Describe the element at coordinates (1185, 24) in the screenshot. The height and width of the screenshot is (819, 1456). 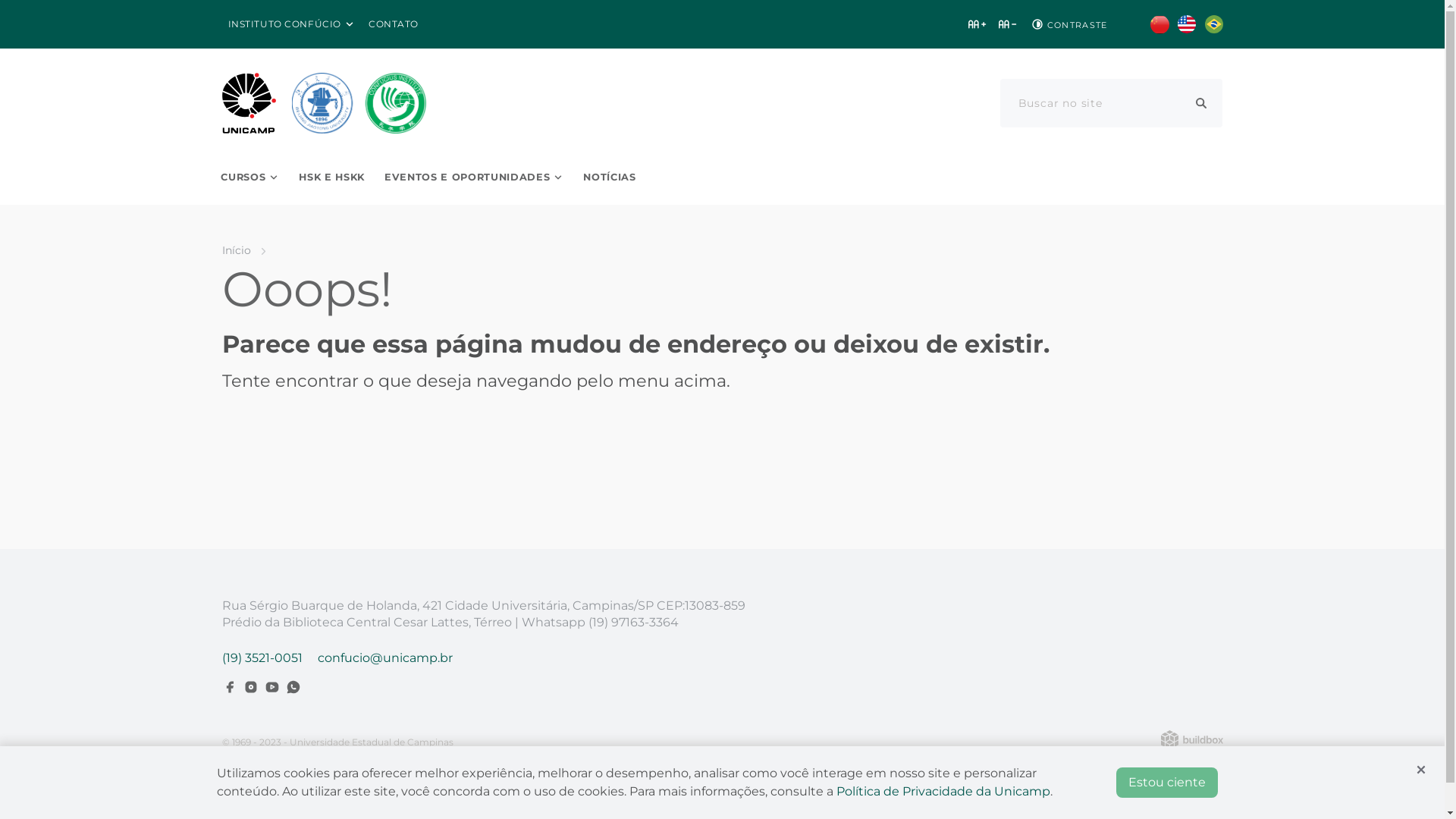
I see `'English'` at that location.